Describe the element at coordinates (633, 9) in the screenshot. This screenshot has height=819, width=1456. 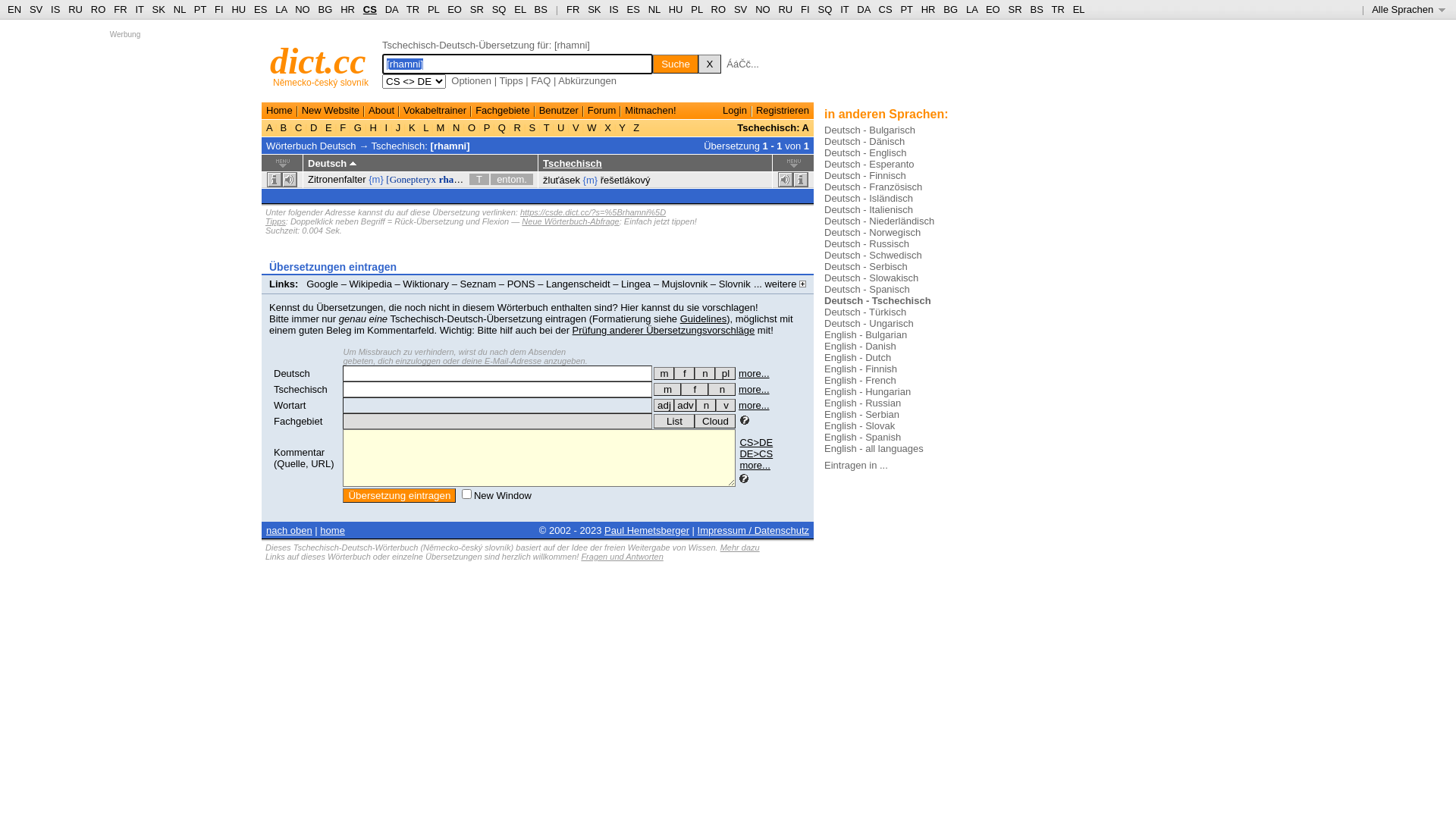
I see `'ES'` at that location.